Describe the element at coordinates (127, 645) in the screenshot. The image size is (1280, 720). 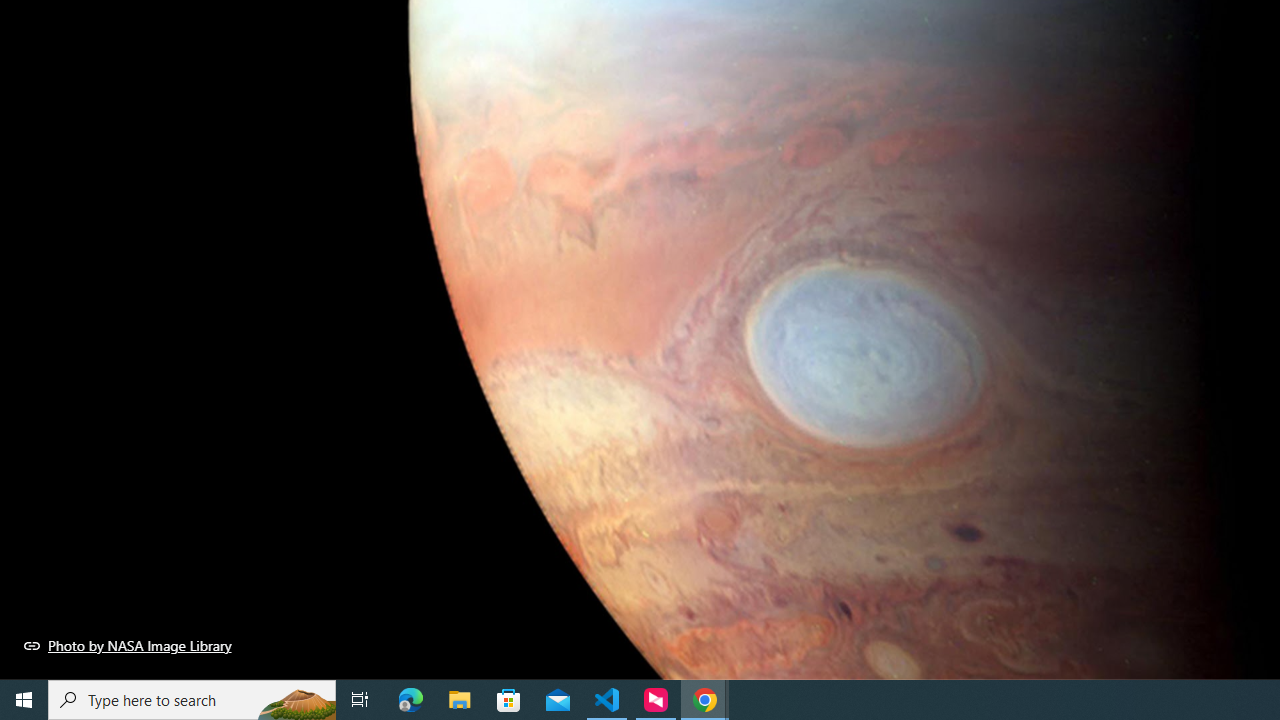
I see `'Photo by NASA Image Library'` at that location.